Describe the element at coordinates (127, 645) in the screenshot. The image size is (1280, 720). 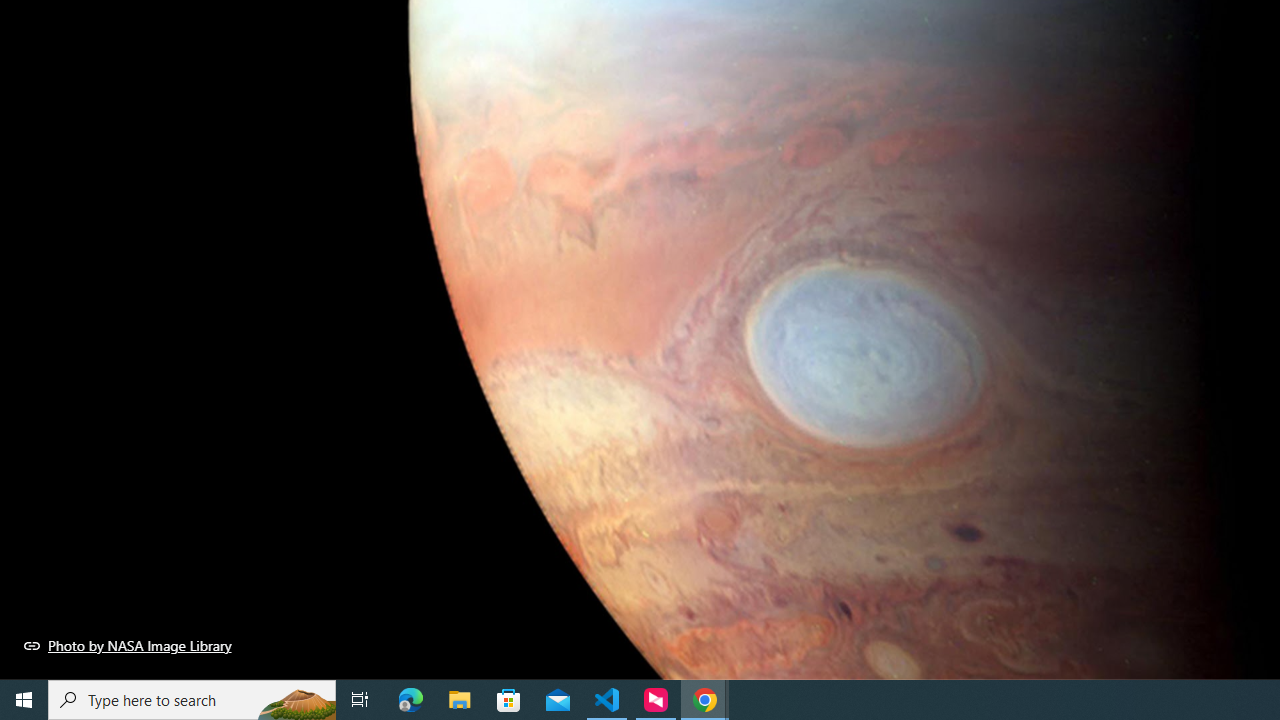
I see `'Photo by NASA Image Library'` at that location.